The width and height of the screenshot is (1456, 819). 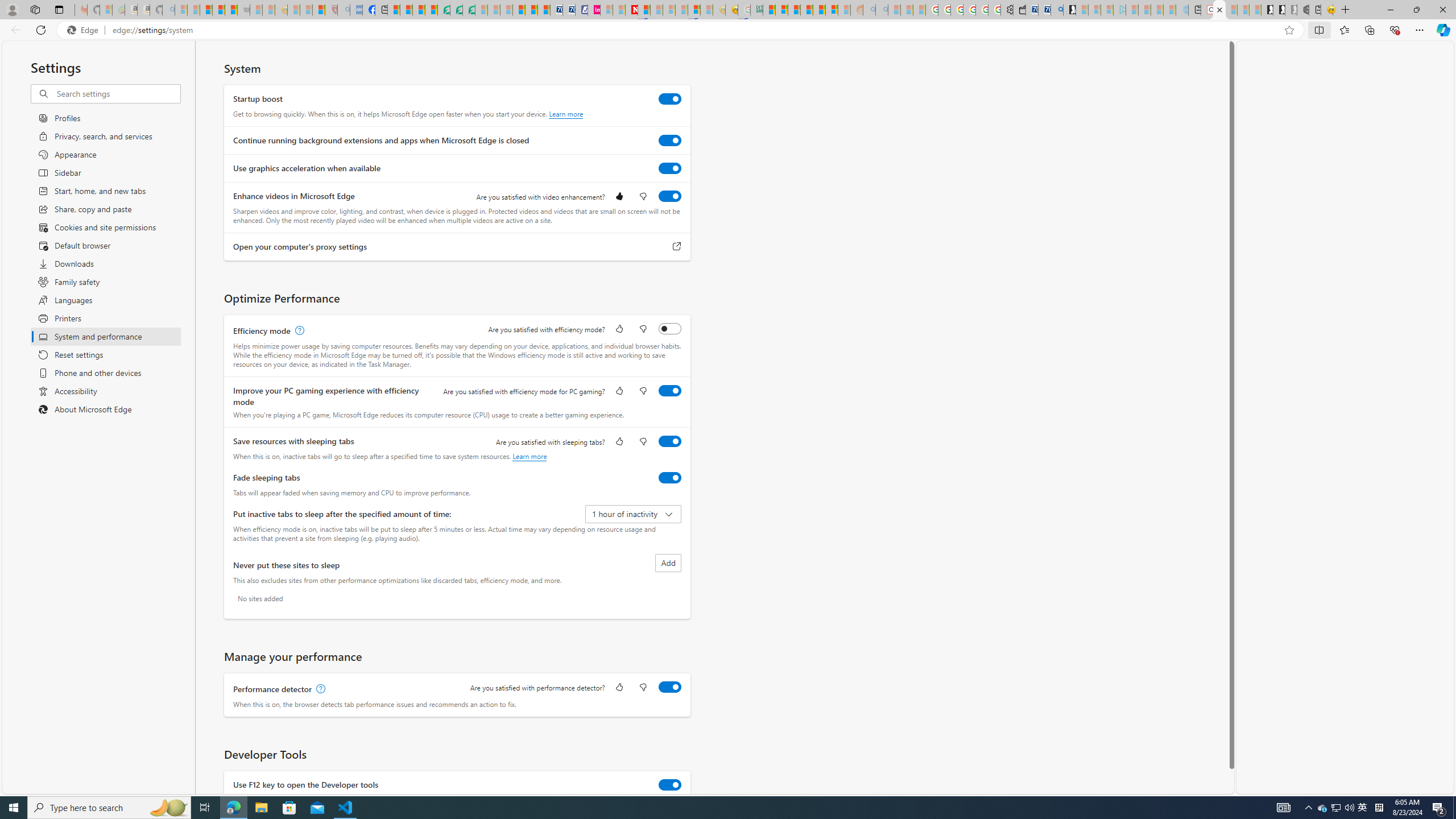 I want to click on 'Minimize', so click(x=1389, y=9).